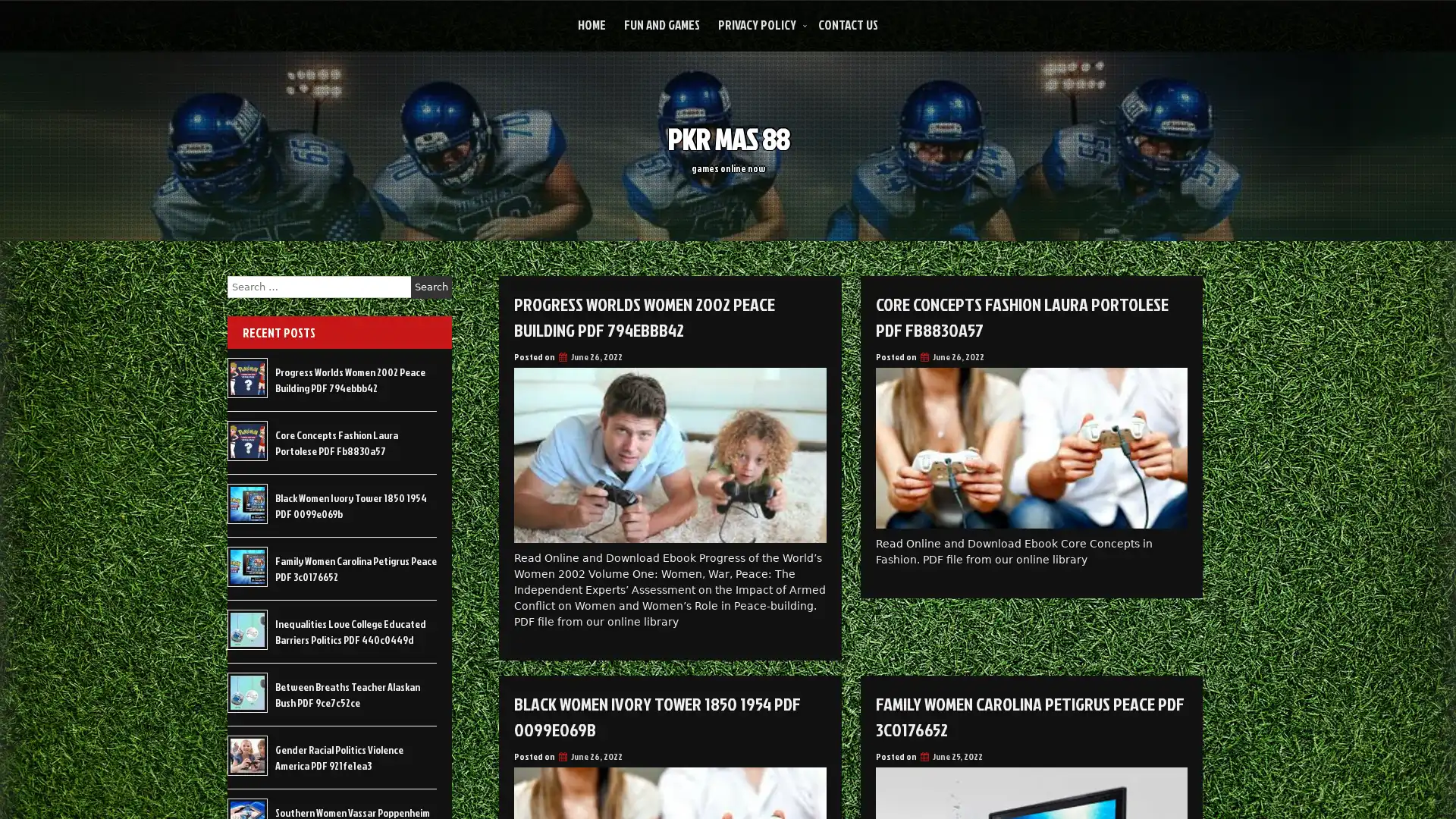 The width and height of the screenshot is (1456, 819). Describe the element at coordinates (431, 287) in the screenshot. I see `Search` at that location.